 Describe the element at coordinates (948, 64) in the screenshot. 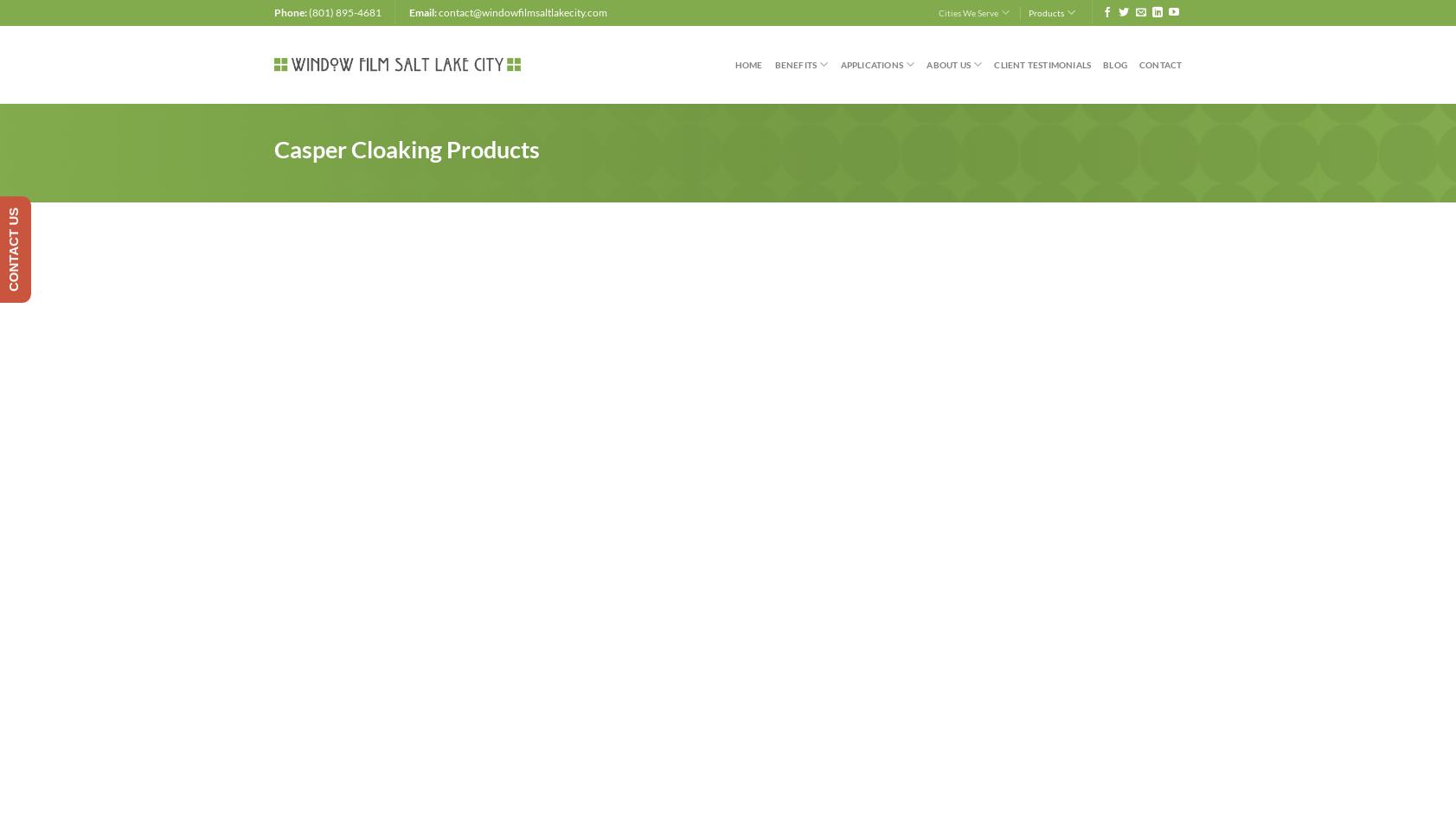

I see `'About Us'` at that location.